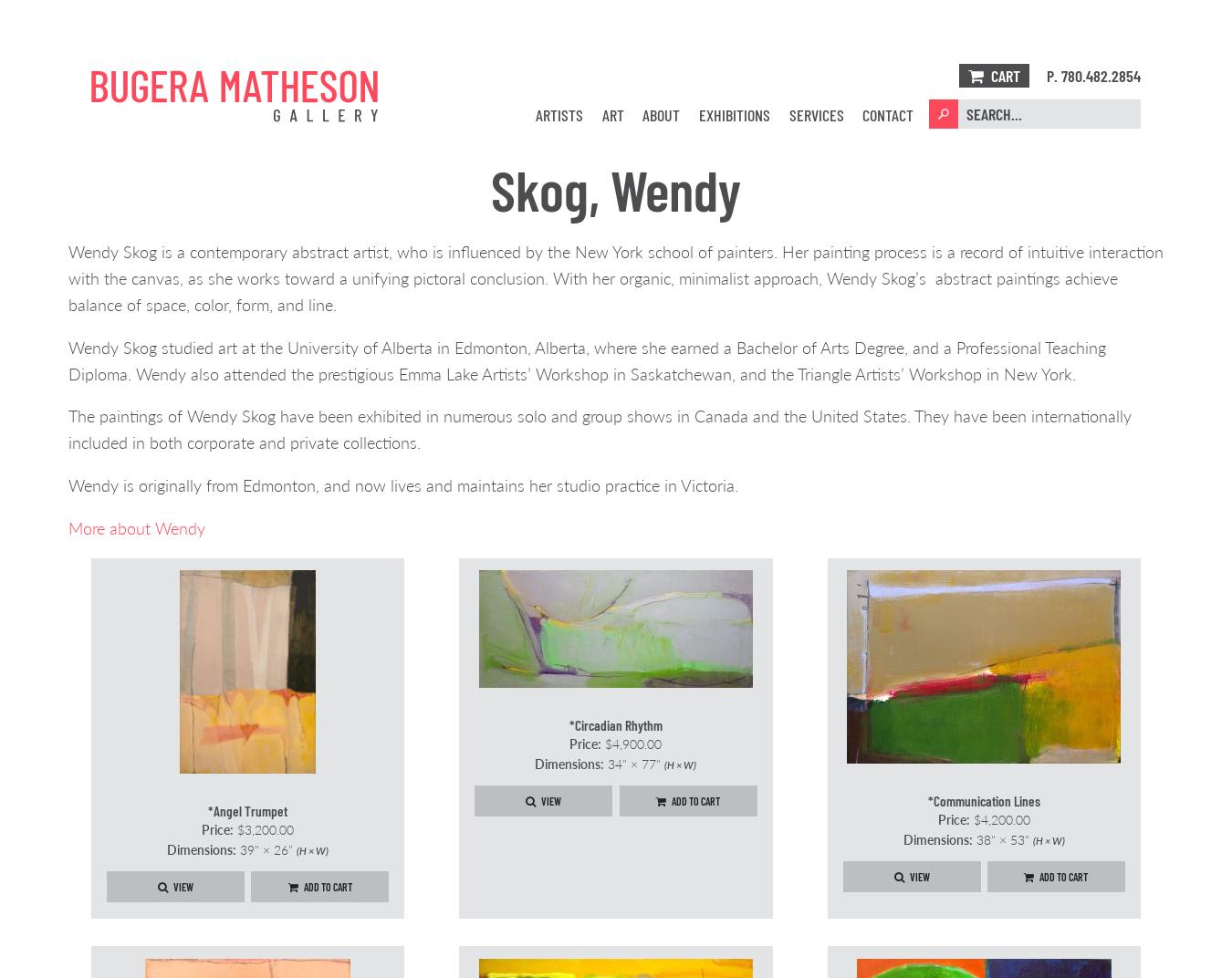 The height and width of the screenshot is (978, 1232). I want to click on 'Wendy Skog studied art at the University of Alberta in Edmonton, Alberta, where she earned a Bachelor of Arts Degree, and a Professional Teaching Diploma. Wendy also attended the prestigious Emma Lake Artists’ Workshop in Saskatchewan, and the Triangle Artists’ Workshop in New York.', so click(587, 359).